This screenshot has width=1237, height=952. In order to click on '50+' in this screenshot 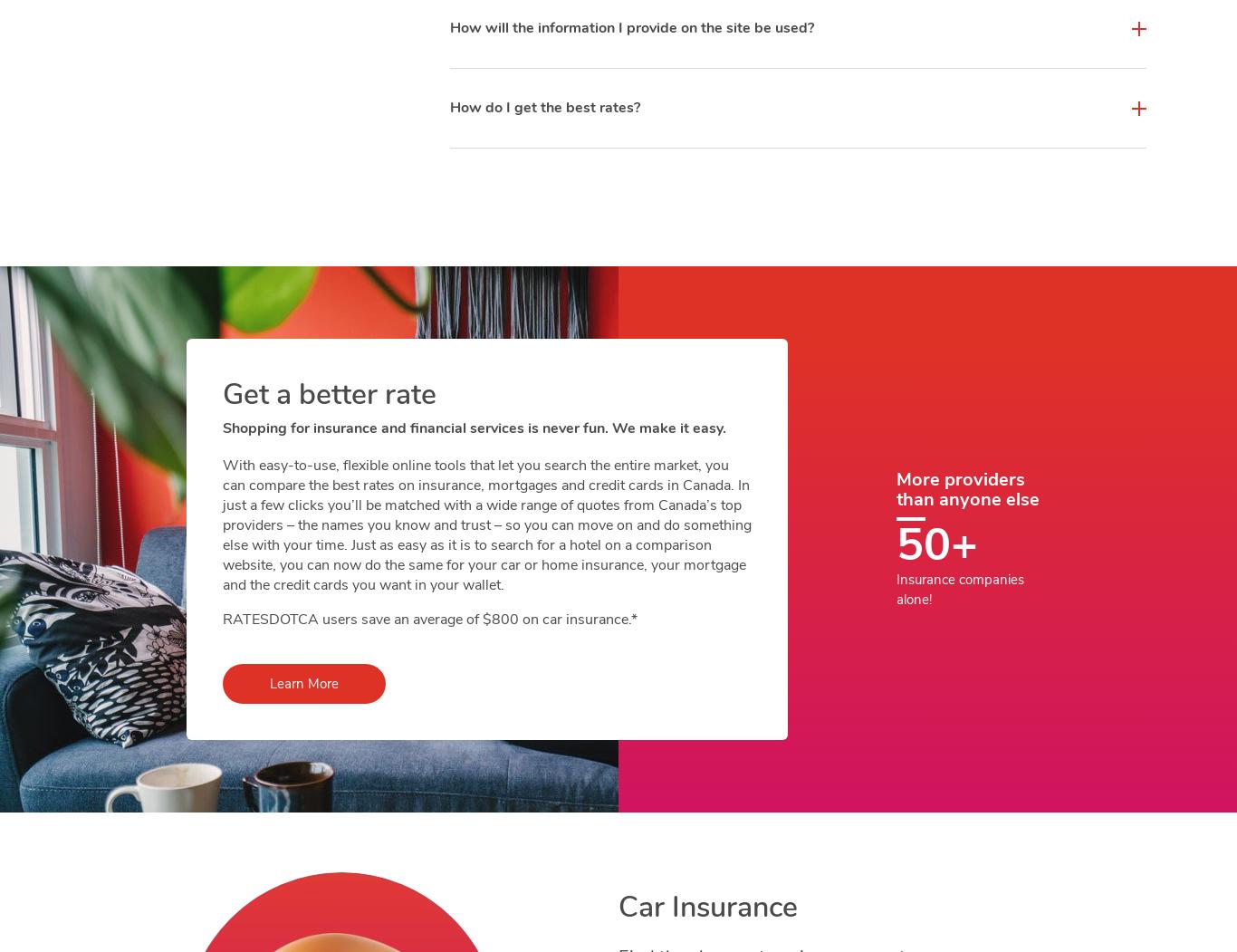, I will do `click(936, 543)`.